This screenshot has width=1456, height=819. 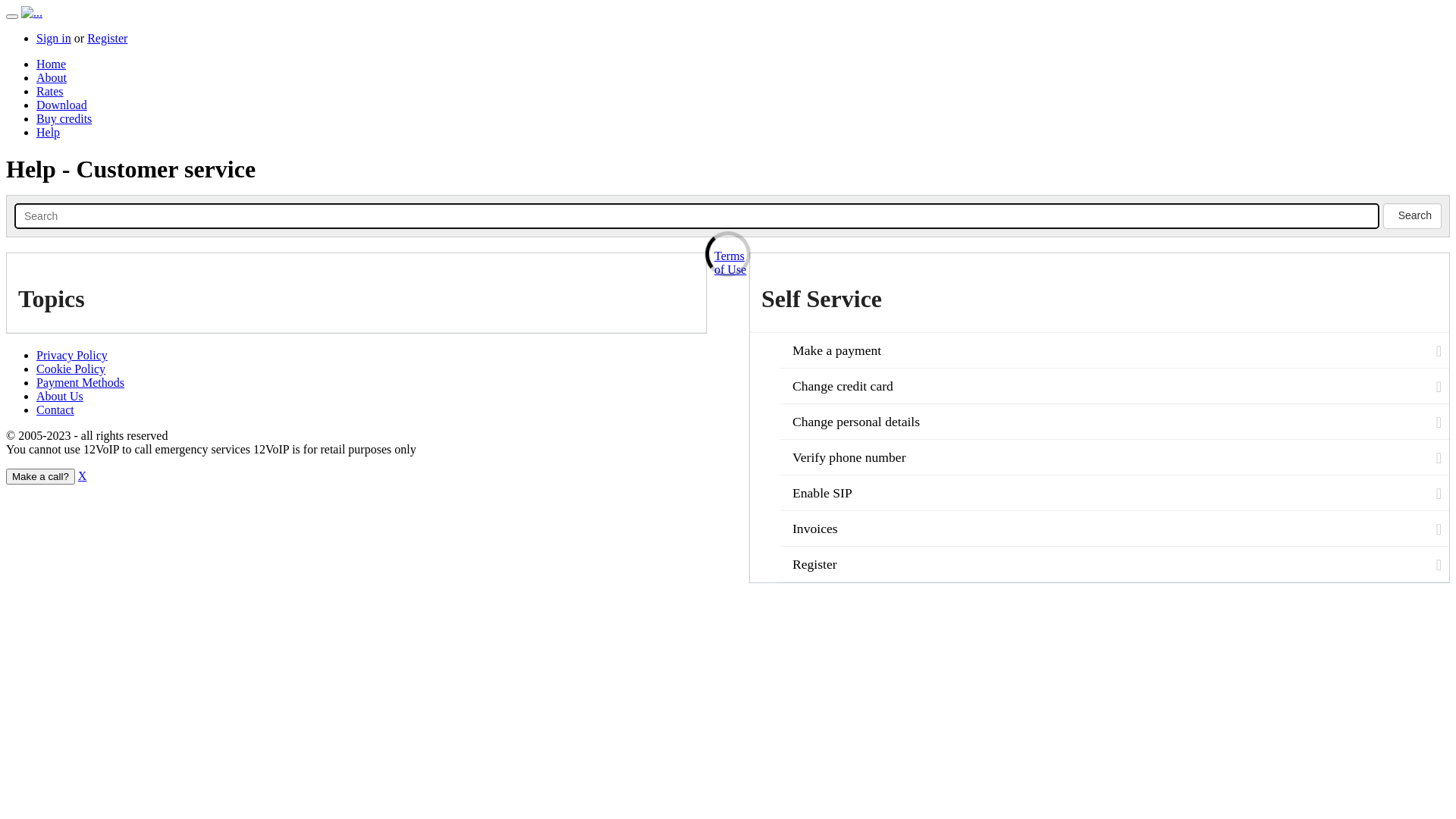 What do you see at coordinates (82, 475) in the screenshot?
I see `'X'` at bounding box center [82, 475].